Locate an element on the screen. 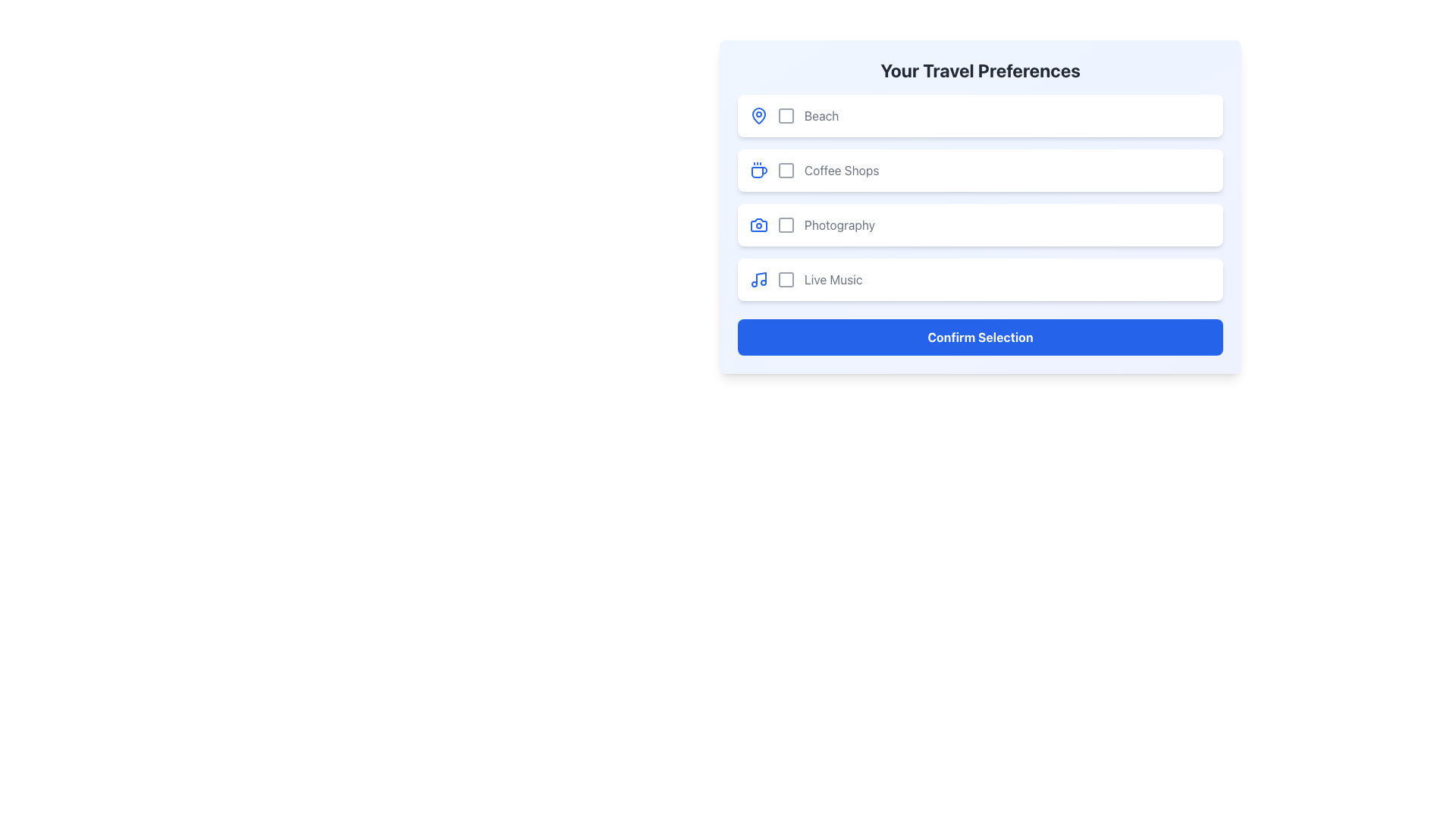  the checkbox in the 'Live Music' selectable option within the 'Your Travel Preferences' section is located at coordinates (980, 280).